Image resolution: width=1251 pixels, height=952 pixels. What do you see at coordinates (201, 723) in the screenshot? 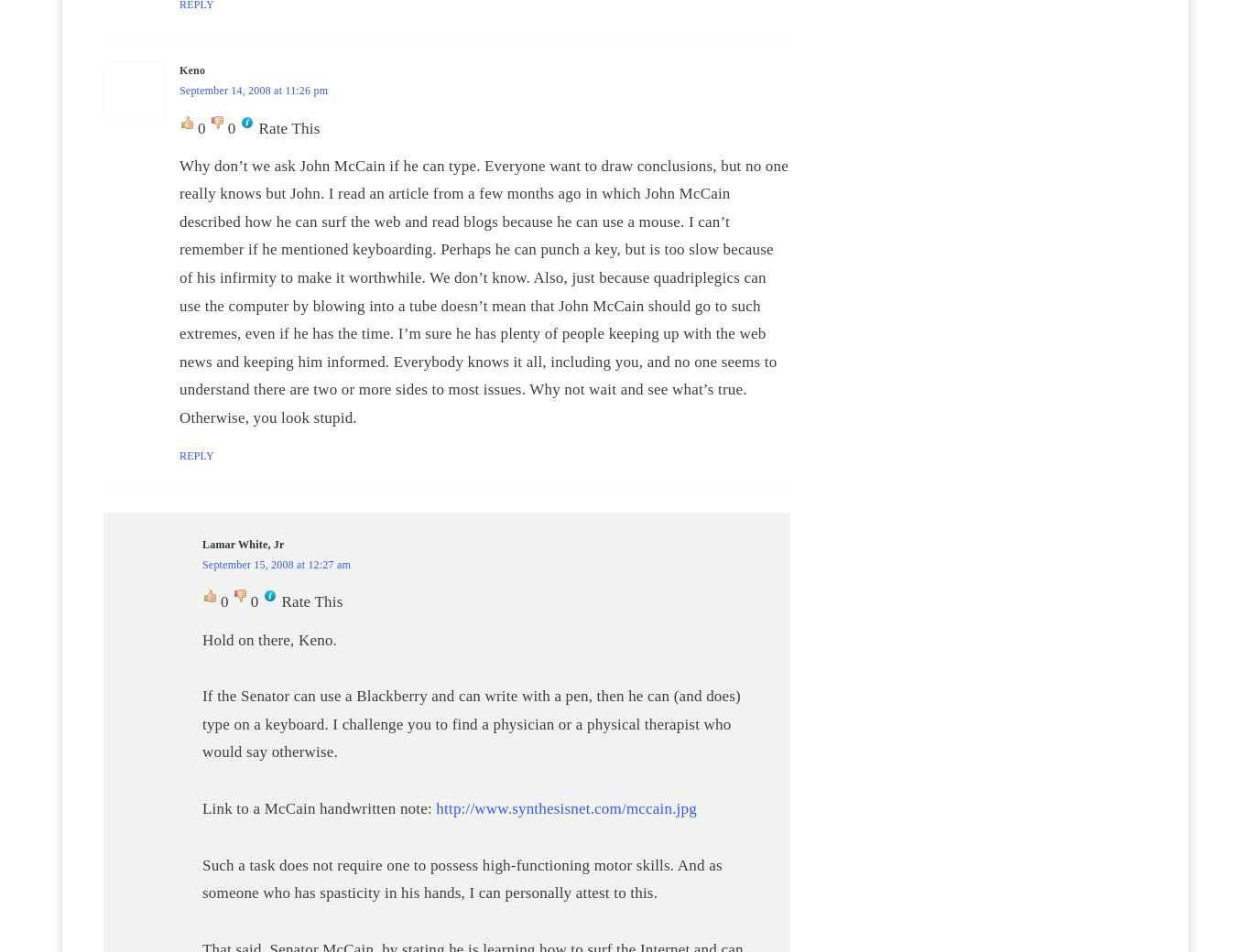
I see `'If the Senator can use a Blackberry and can write with a pen, then he can (and does) type on a keyboard. I challenge you to find a physician or a physical therapist who would say otherwise.'` at bounding box center [201, 723].